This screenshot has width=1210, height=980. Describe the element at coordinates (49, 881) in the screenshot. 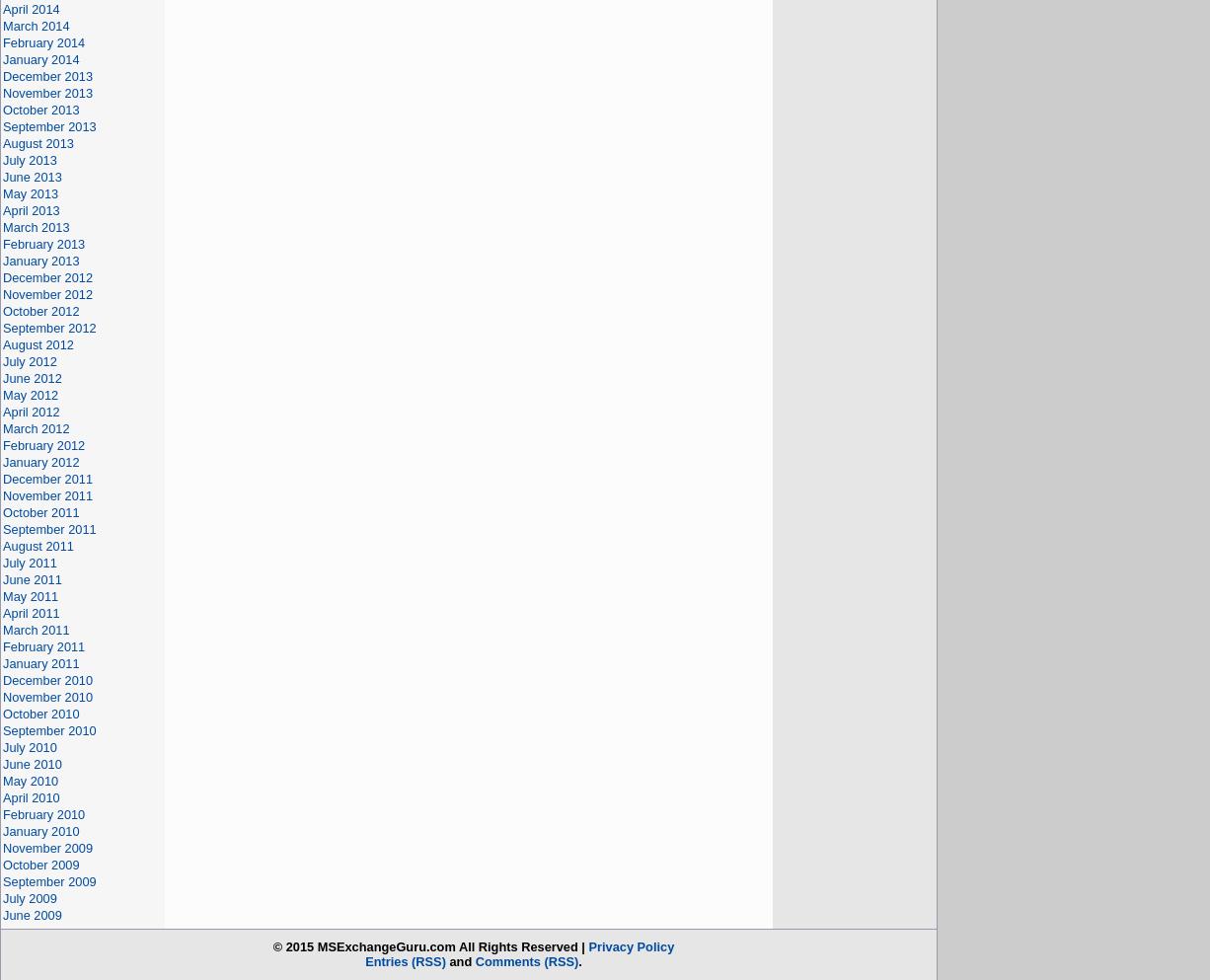

I see `'September 2009'` at that location.